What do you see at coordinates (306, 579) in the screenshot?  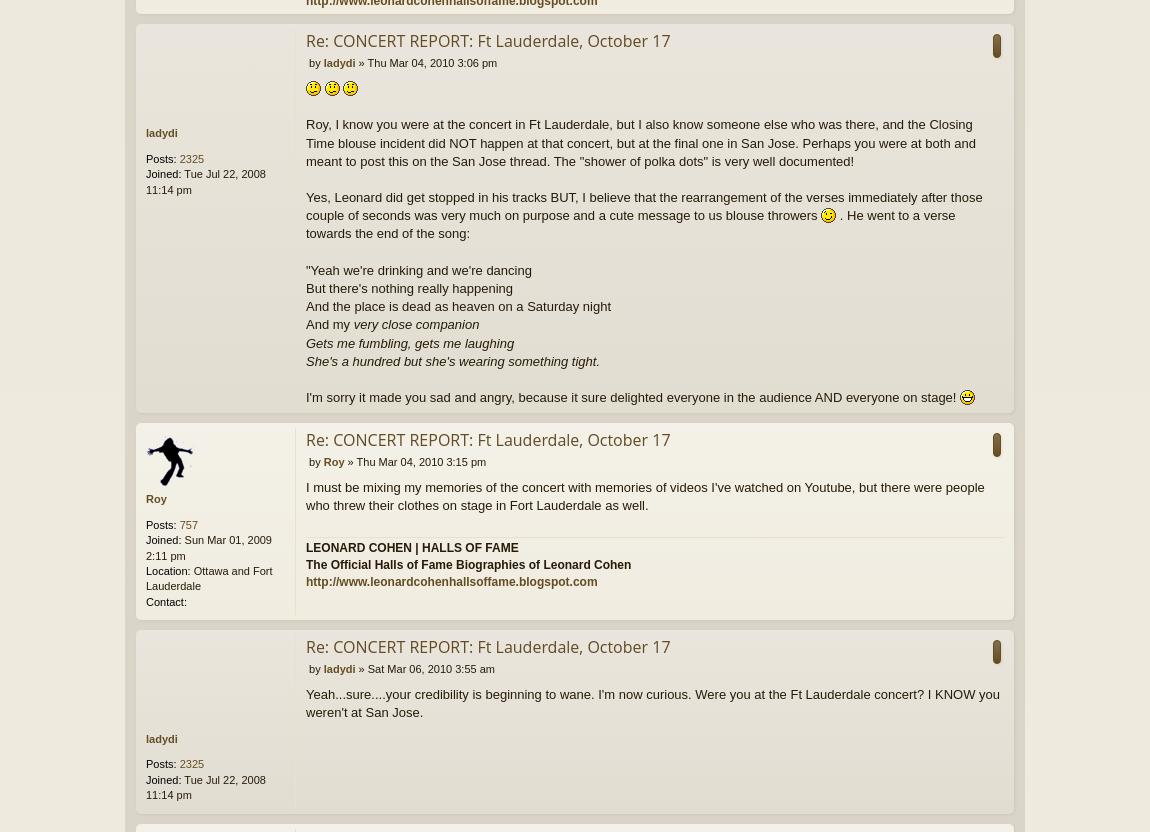 I see `'http://www.leonardcohenhallsoffame.blogspot.com'` at bounding box center [306, 579].